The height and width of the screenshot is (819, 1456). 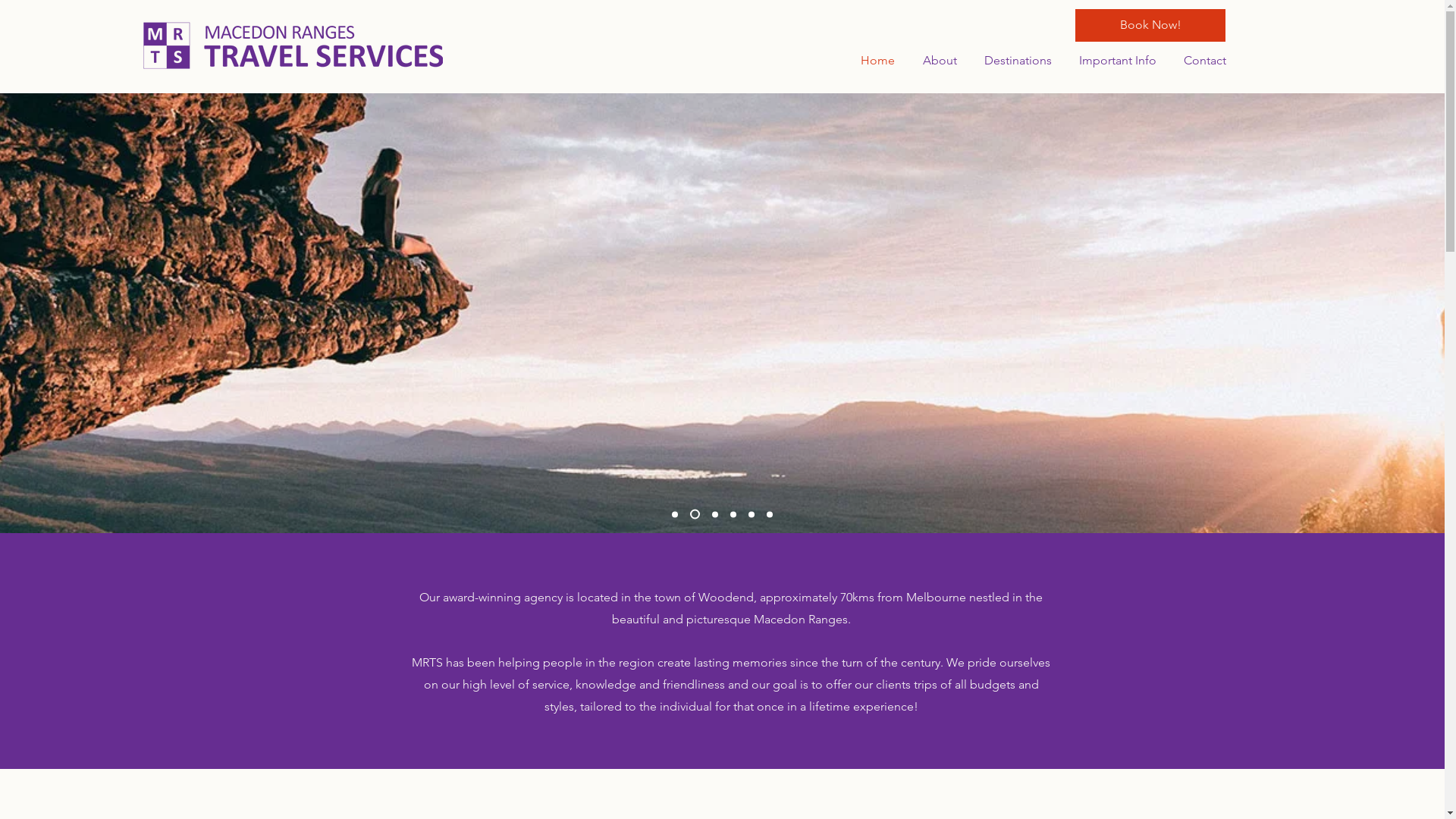 I want to click on 'Important Info', so click(x=1115, y=60).